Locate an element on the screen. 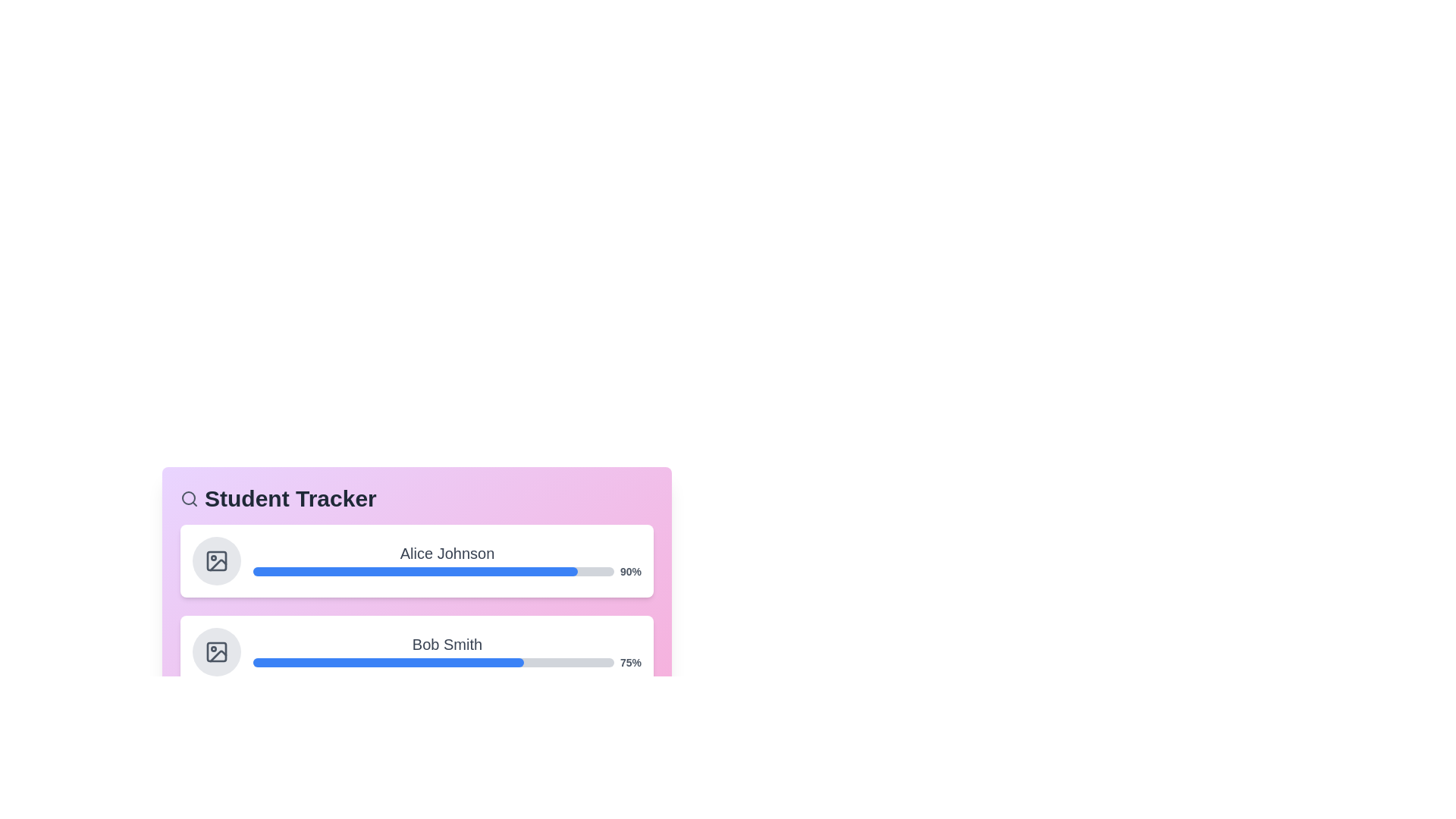 This screenshot has width=1456, height=819. the placeholder image for Alice Johnson to upload a profile picture is located at coordinates (216, 561).